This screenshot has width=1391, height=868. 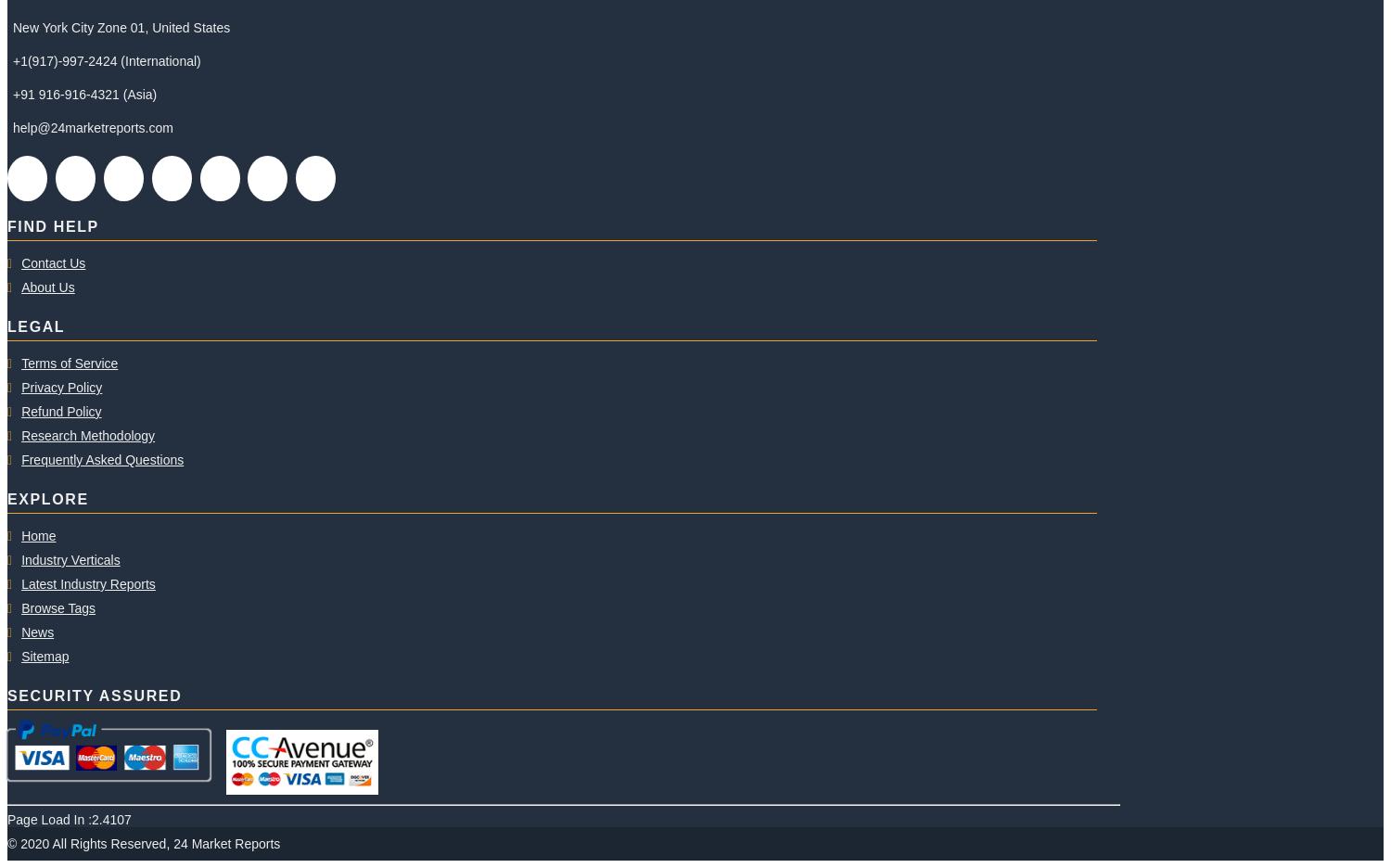 What do you see at coordinates (12, 60) in the screenshot?
I see `'+1(917)-997-2424 (International)'` at bounding box center [12, 60].